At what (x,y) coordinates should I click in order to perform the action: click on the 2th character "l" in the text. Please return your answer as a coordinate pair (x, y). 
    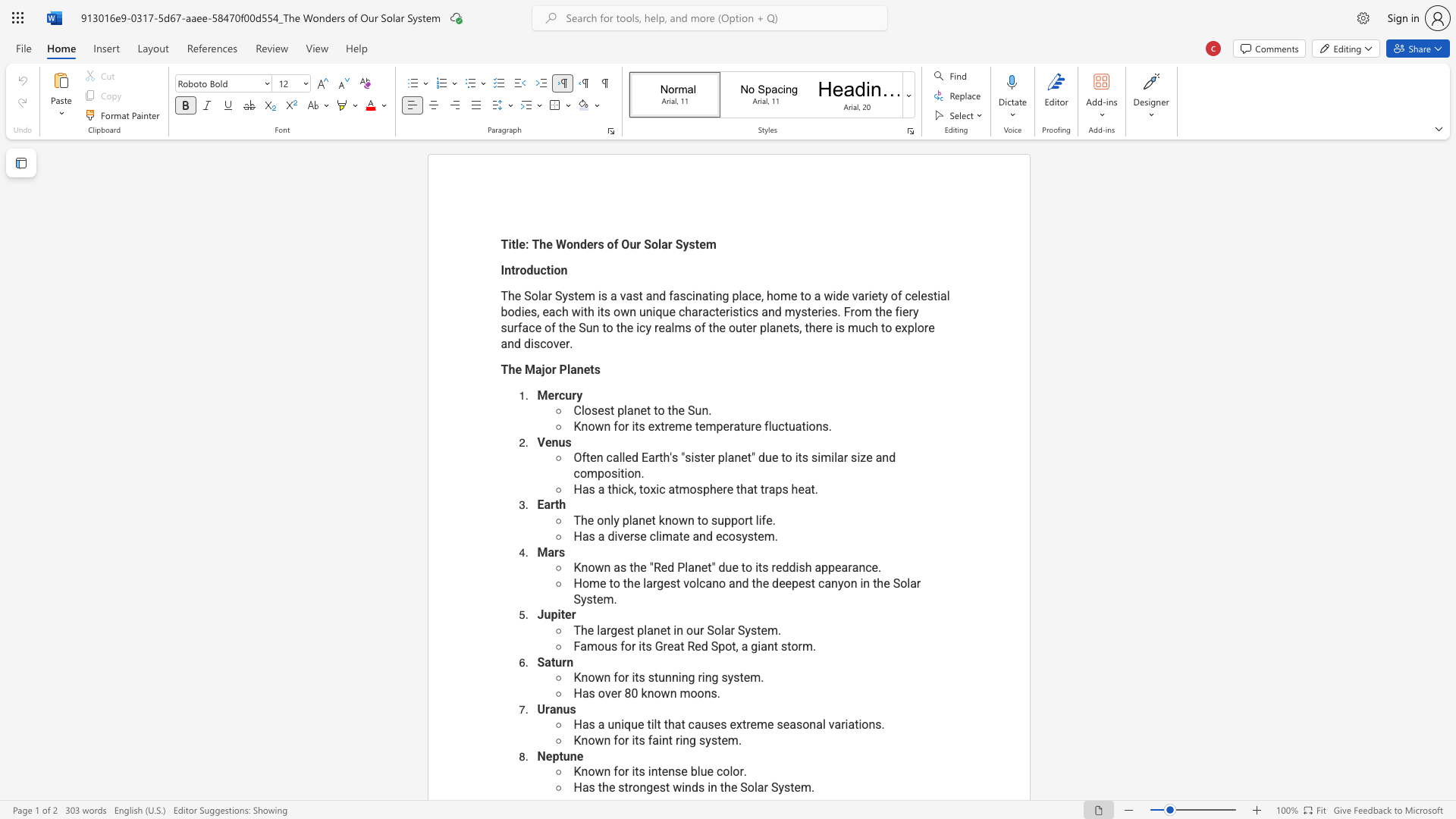
    Looking at the image, I should click on (660, 243).